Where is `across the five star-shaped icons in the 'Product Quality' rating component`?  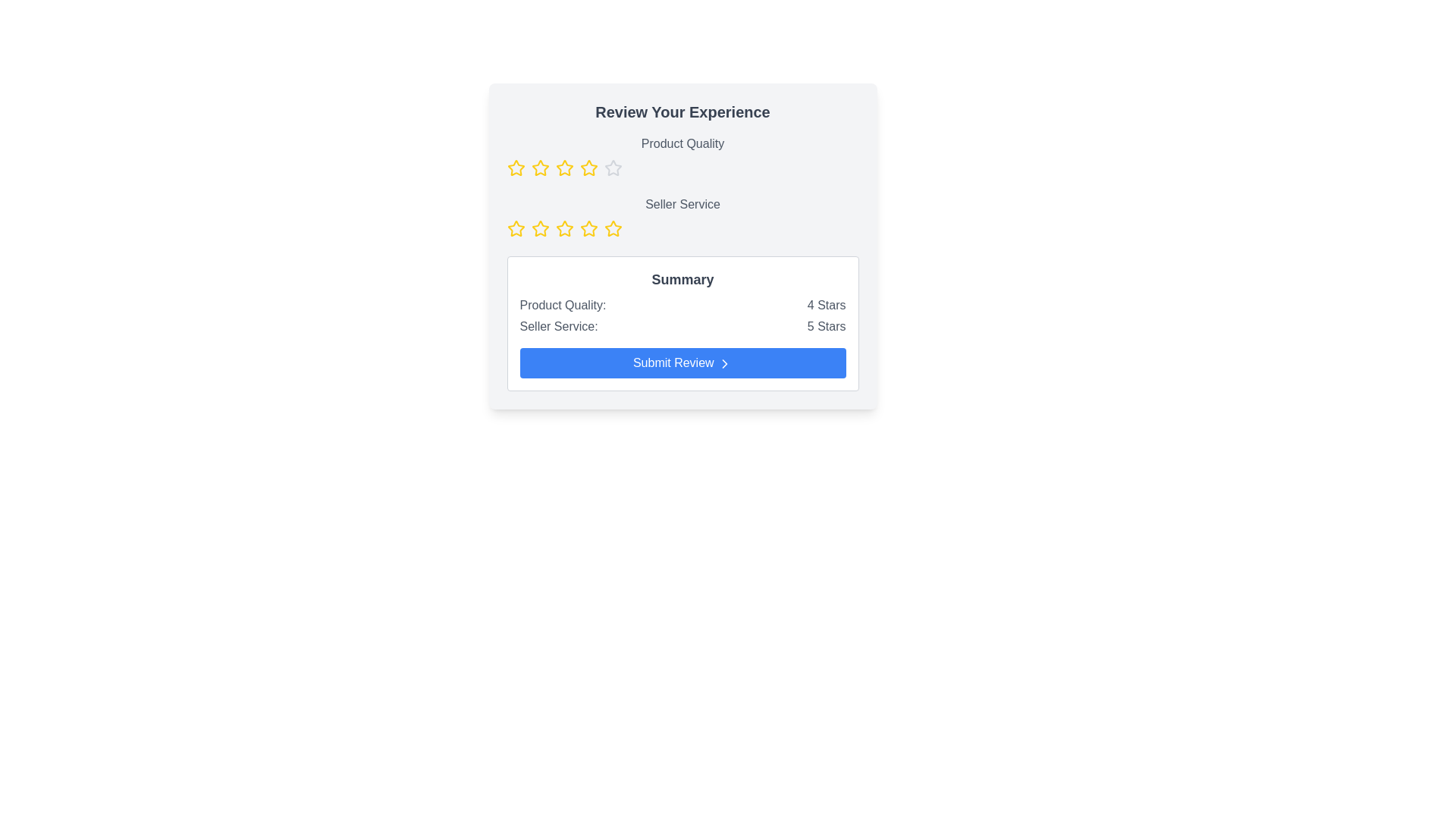 across the five star-shaped icons in the 'Product Quality' rating component is located at coordinates (682, 168).